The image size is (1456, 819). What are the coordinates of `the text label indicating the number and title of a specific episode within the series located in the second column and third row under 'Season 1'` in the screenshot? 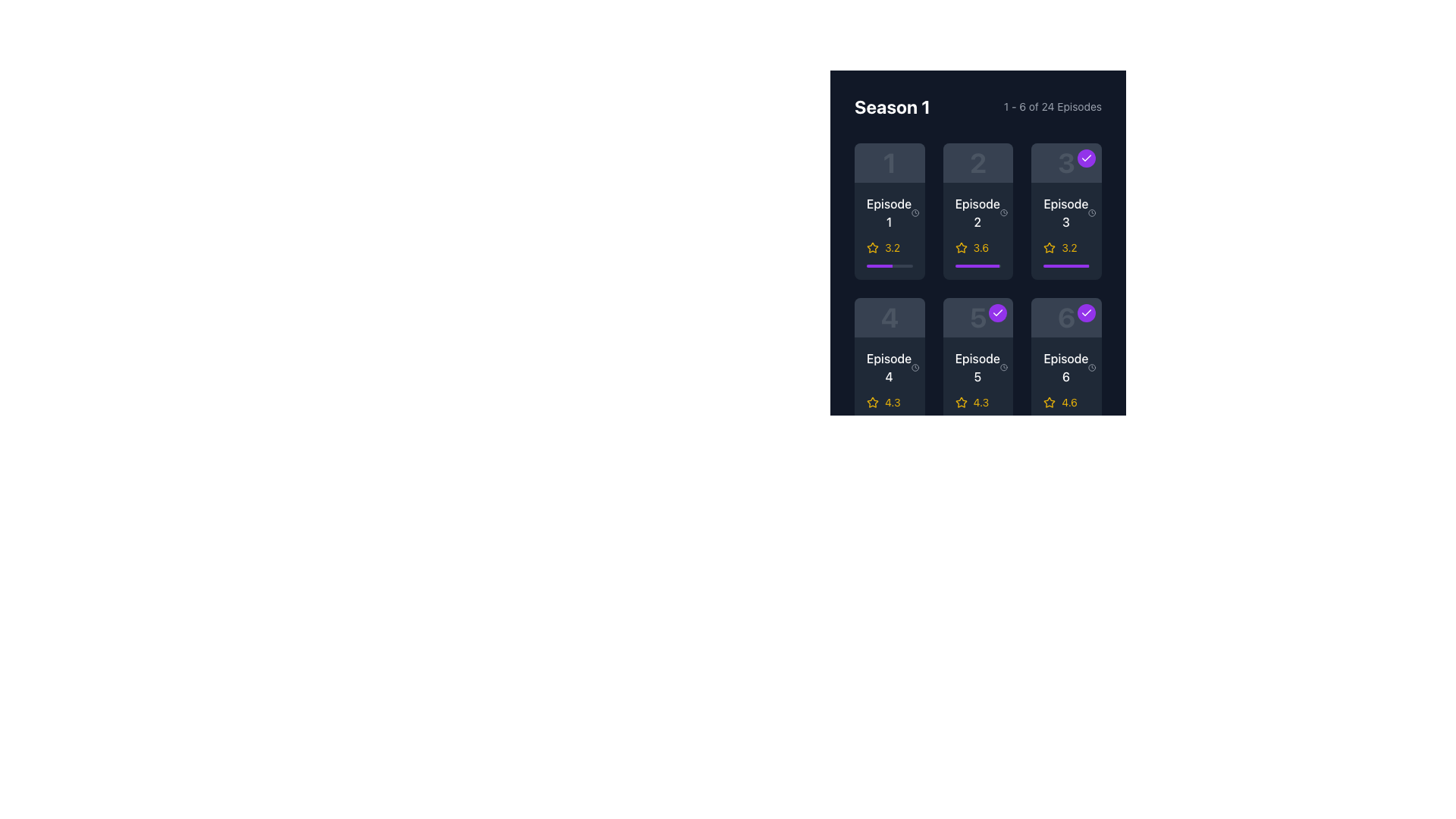 It's located at (977, 368).